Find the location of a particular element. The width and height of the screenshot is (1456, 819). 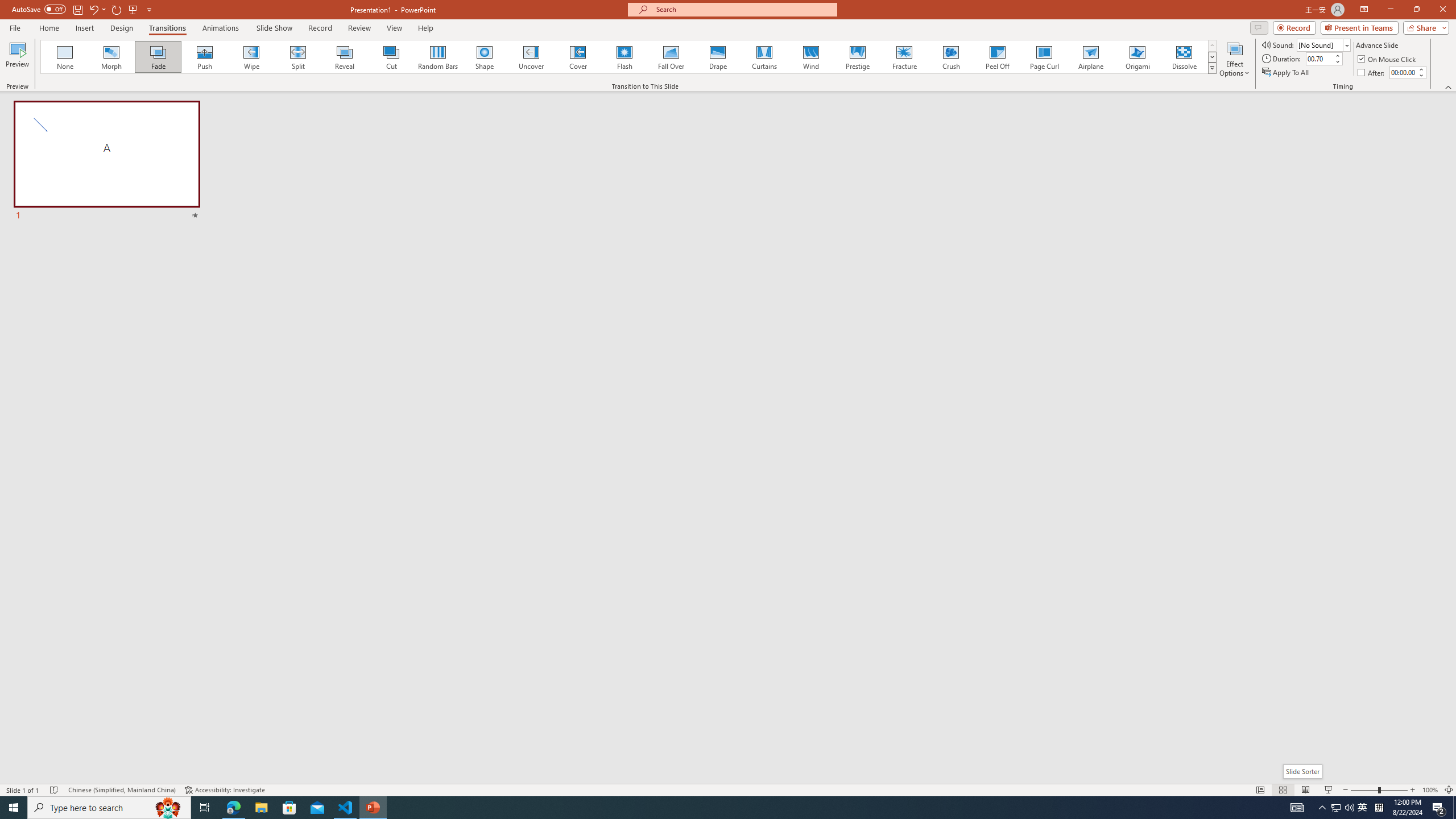

'Duration' is located at coordinates (1319, 58).